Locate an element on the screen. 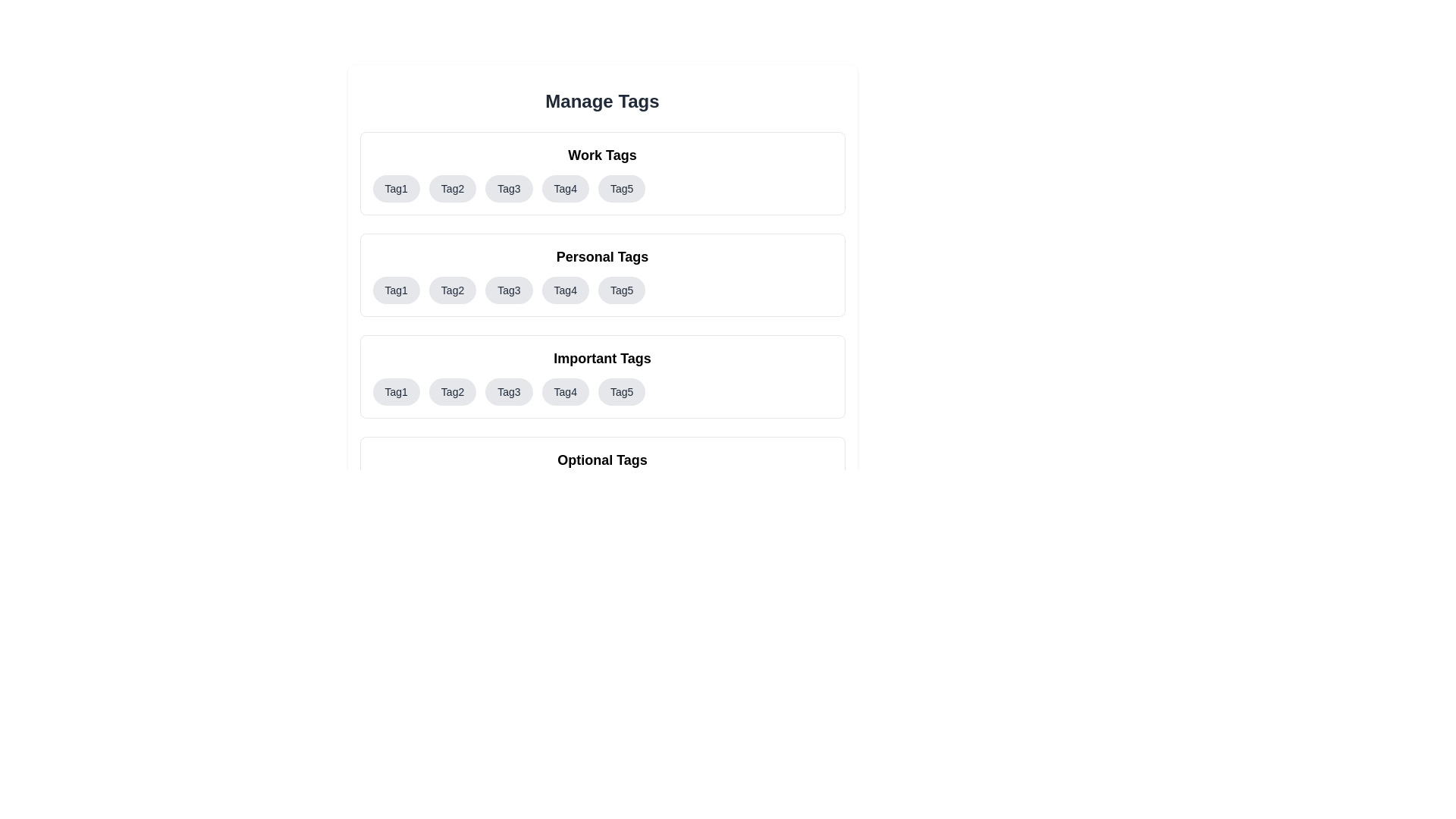 The image size is (1456, 819). the 'Tag3' button, which is a rounded rectangular button with a light gray background and dark gray text, located in the third row of the 'Important Tags' group is located at coordinates (509, 391).